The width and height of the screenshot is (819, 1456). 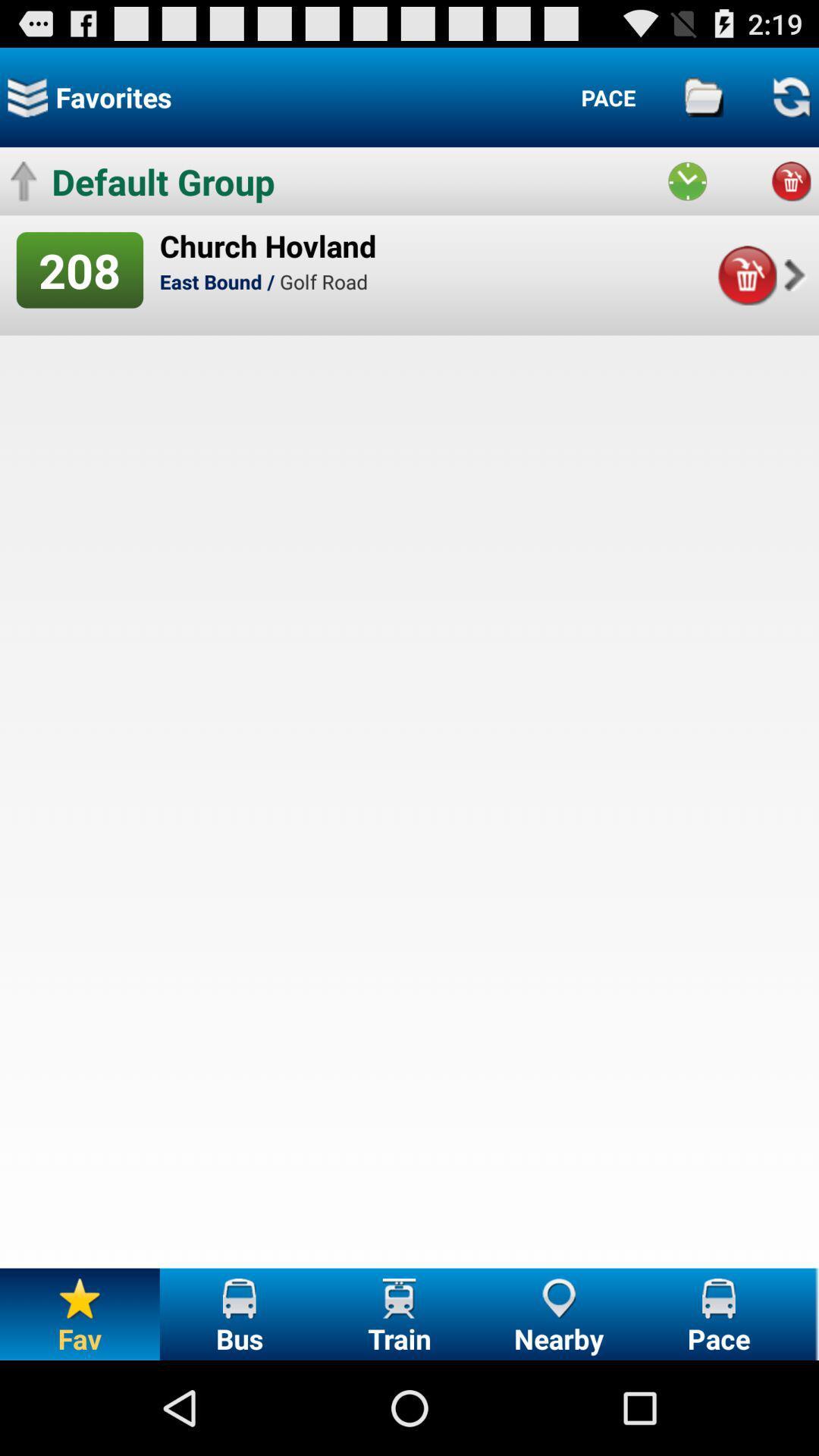 What do you see at coordinates (27, 103) in the screenshot?
I see `the layers icon` at bounding box center [27, 103].